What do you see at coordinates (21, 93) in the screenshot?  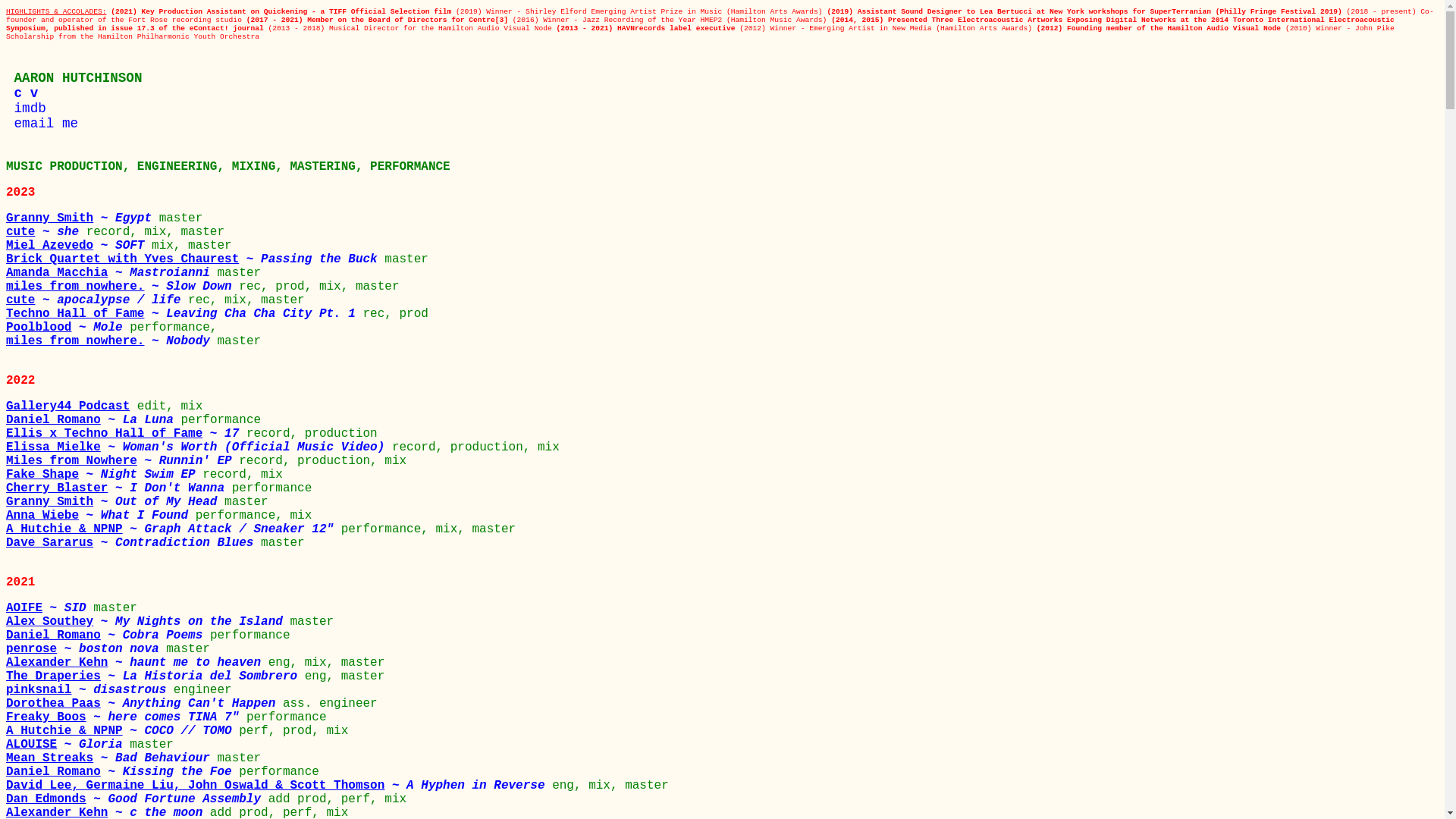 I see `' c v'` at bounding box center [21, 93].